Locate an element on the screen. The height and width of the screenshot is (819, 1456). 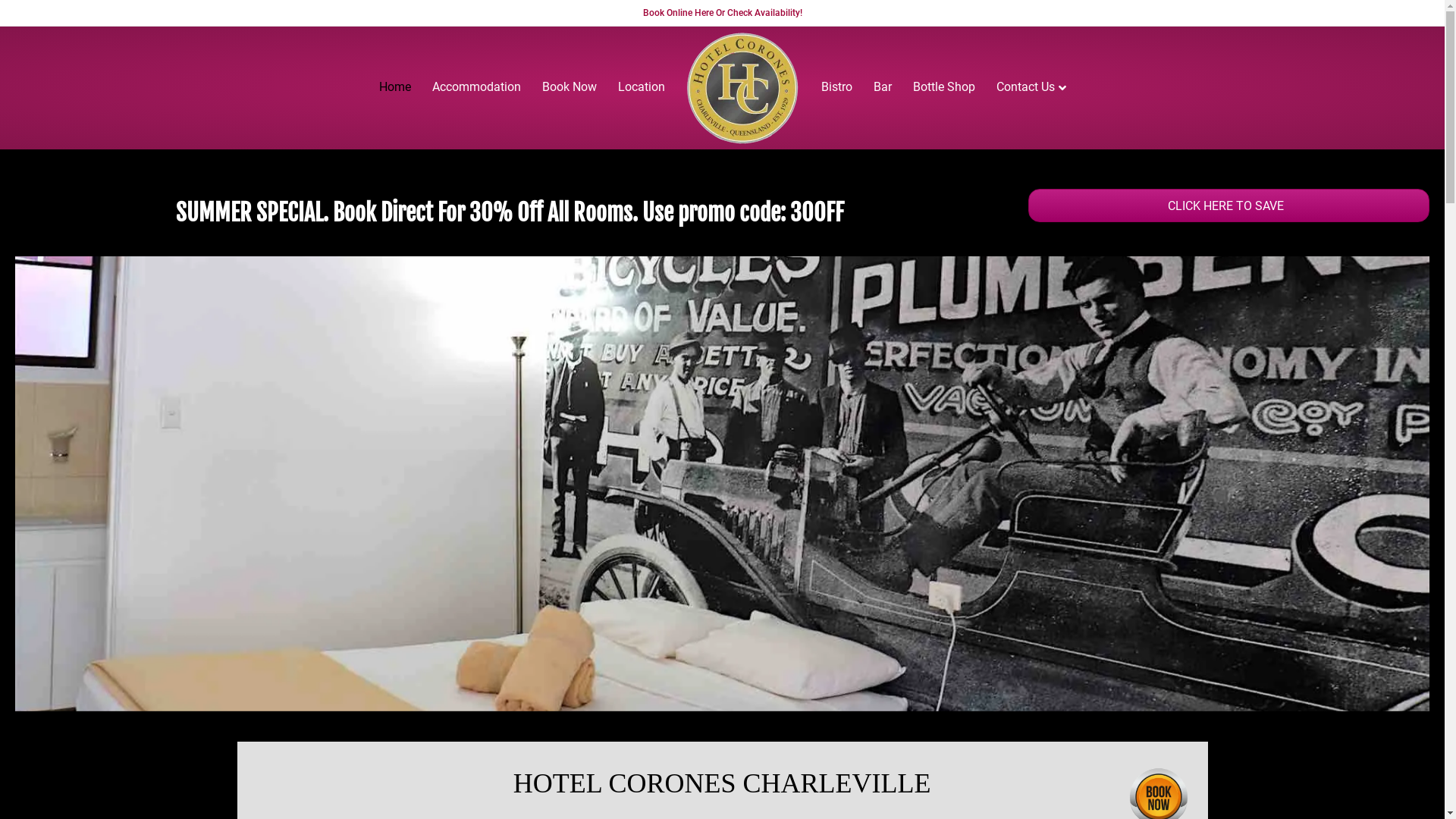
'Book Online Here Or Check Availability!' is located at coordinates (722, 12).